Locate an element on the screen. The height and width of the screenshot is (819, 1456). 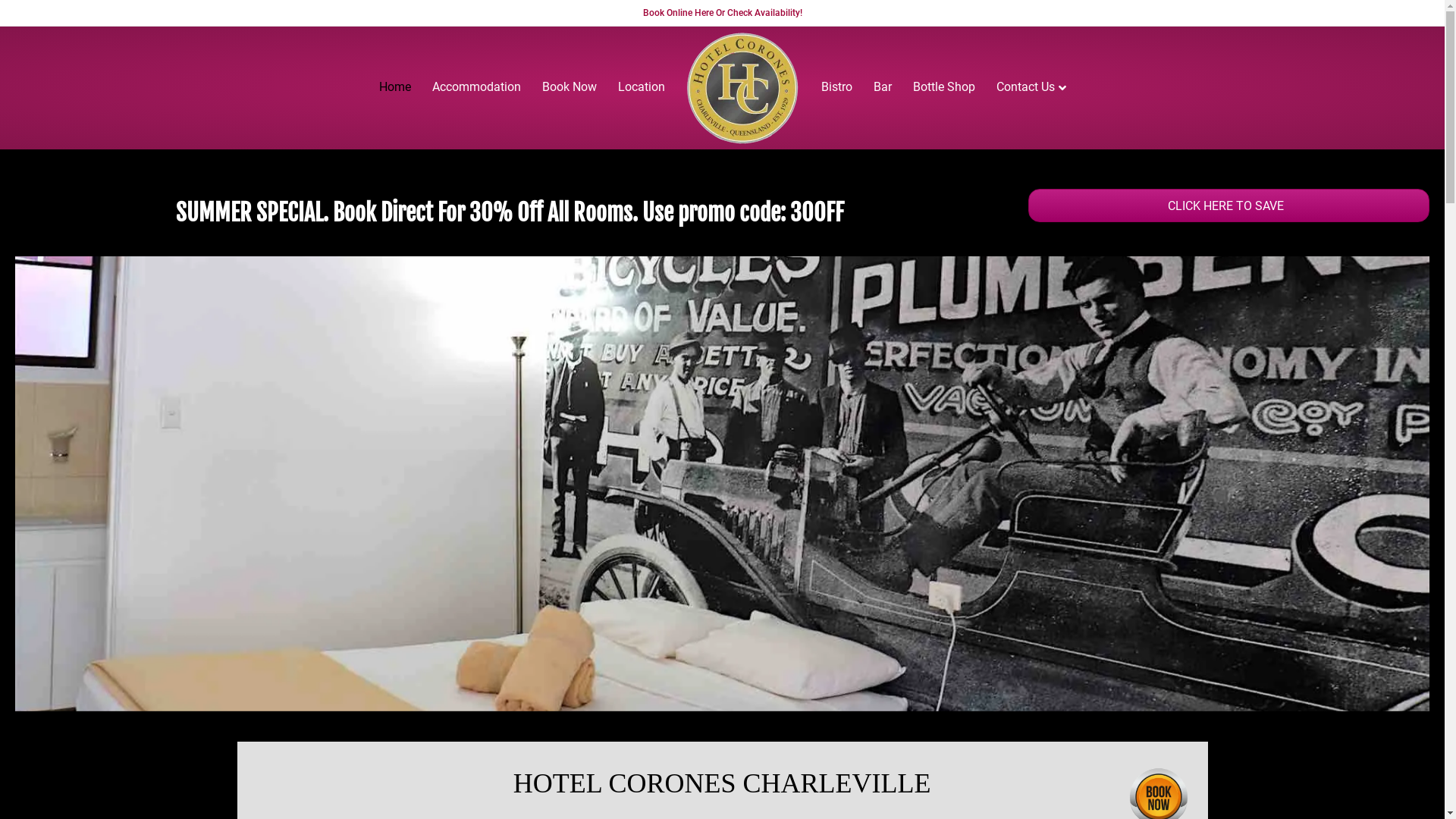
'Book Online Here Or Check Availability!' is located at coordinates (722, 12).